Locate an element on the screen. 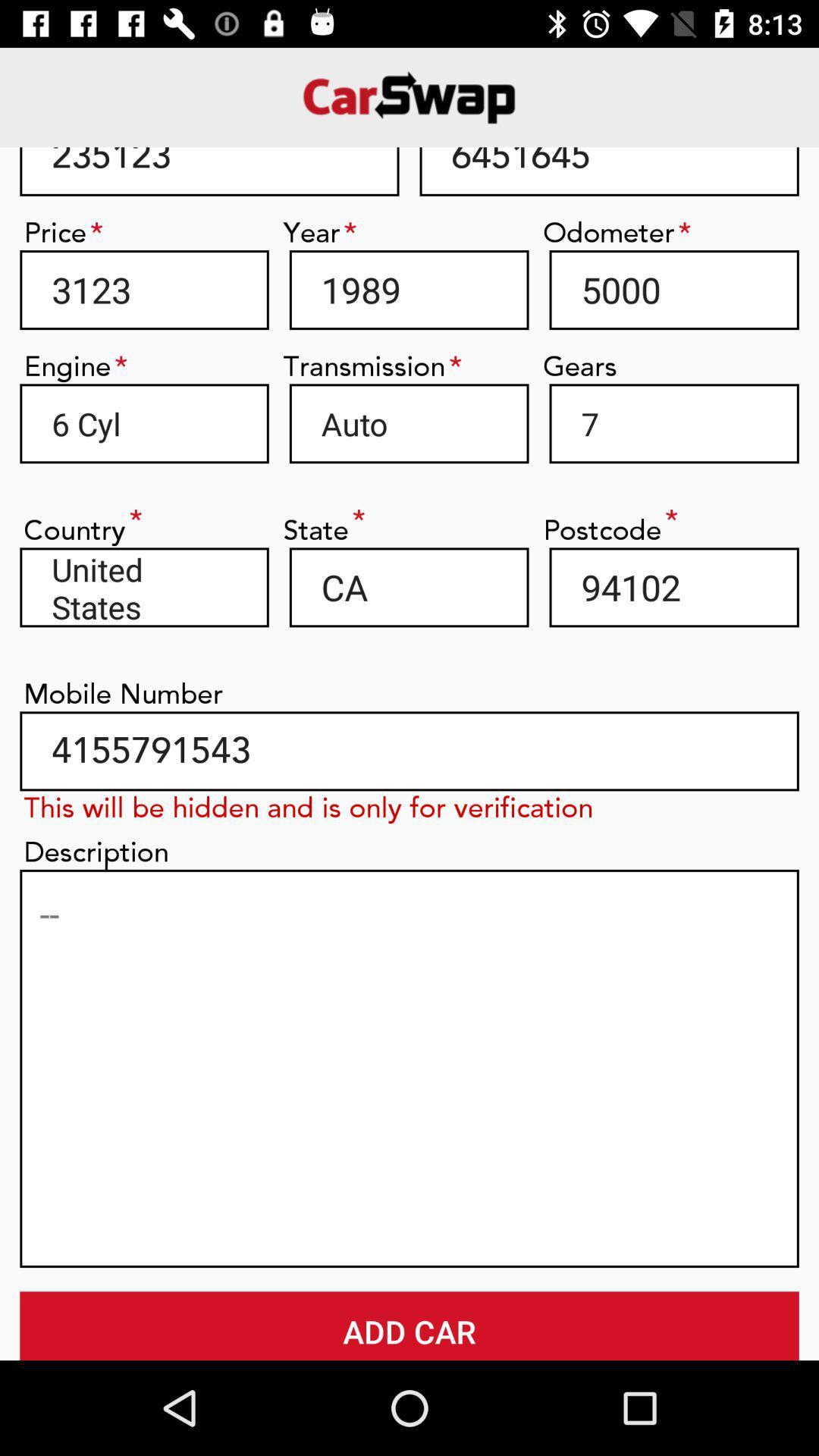 This screenshot has width=819, height=1456. type description is located at coordinates (409, 1068).